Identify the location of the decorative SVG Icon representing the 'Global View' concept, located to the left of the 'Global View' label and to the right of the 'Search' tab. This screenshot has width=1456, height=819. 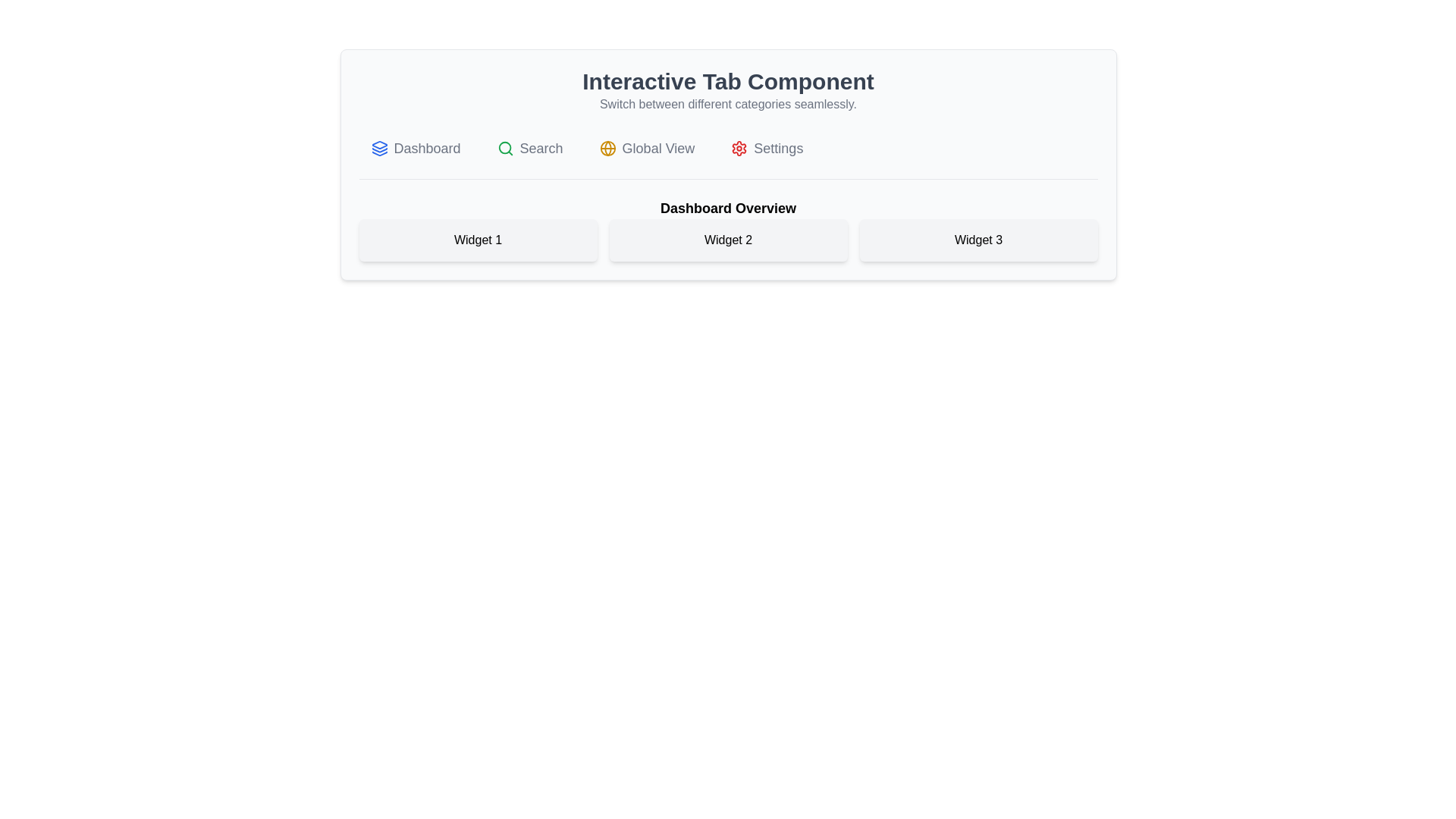
(607, 149).